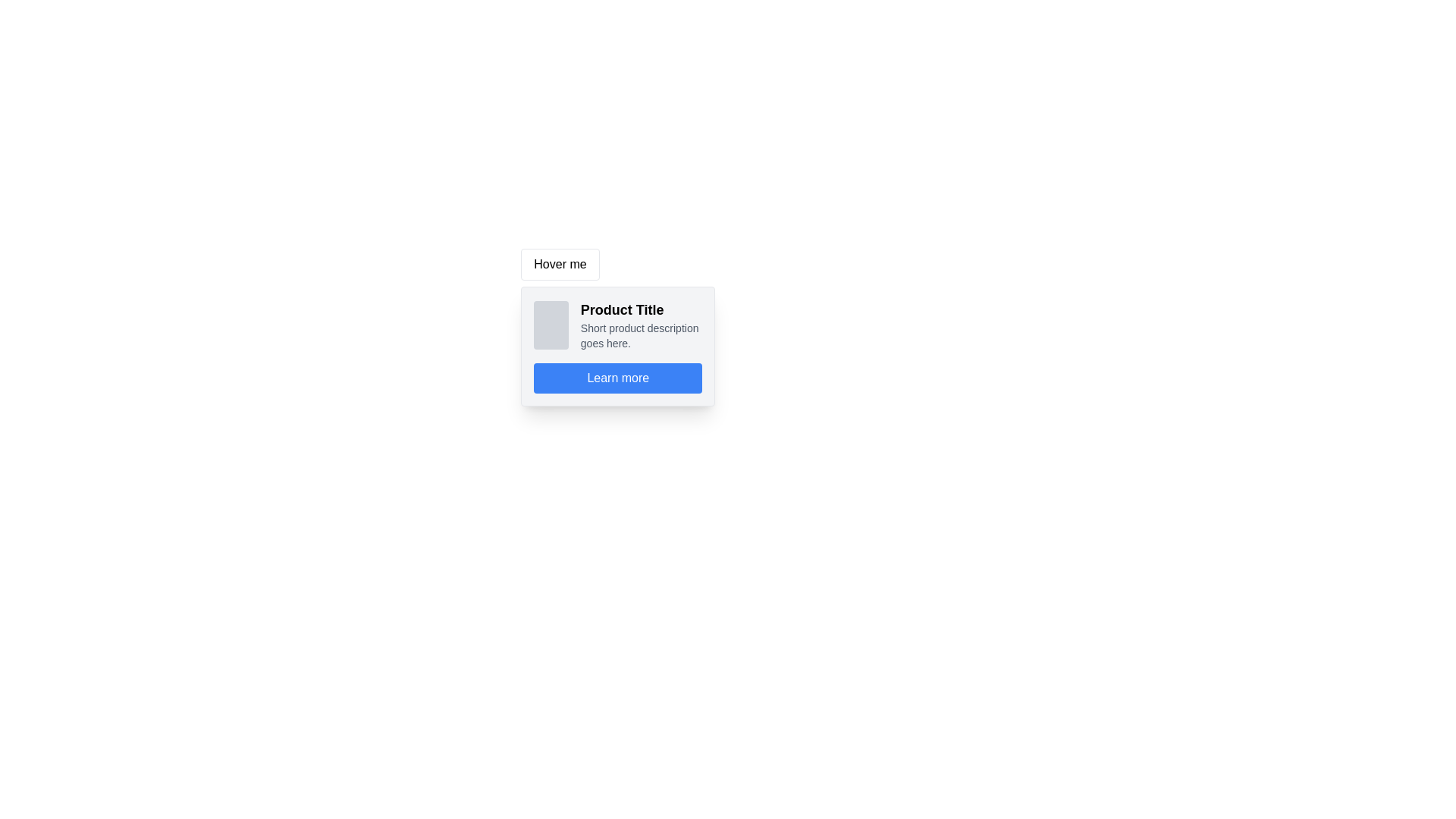  Describe the element at coordinates (618, 377) in the screenshot. I see `the 'Learn more' button located centrally at the bottom of the product details card` at that location.